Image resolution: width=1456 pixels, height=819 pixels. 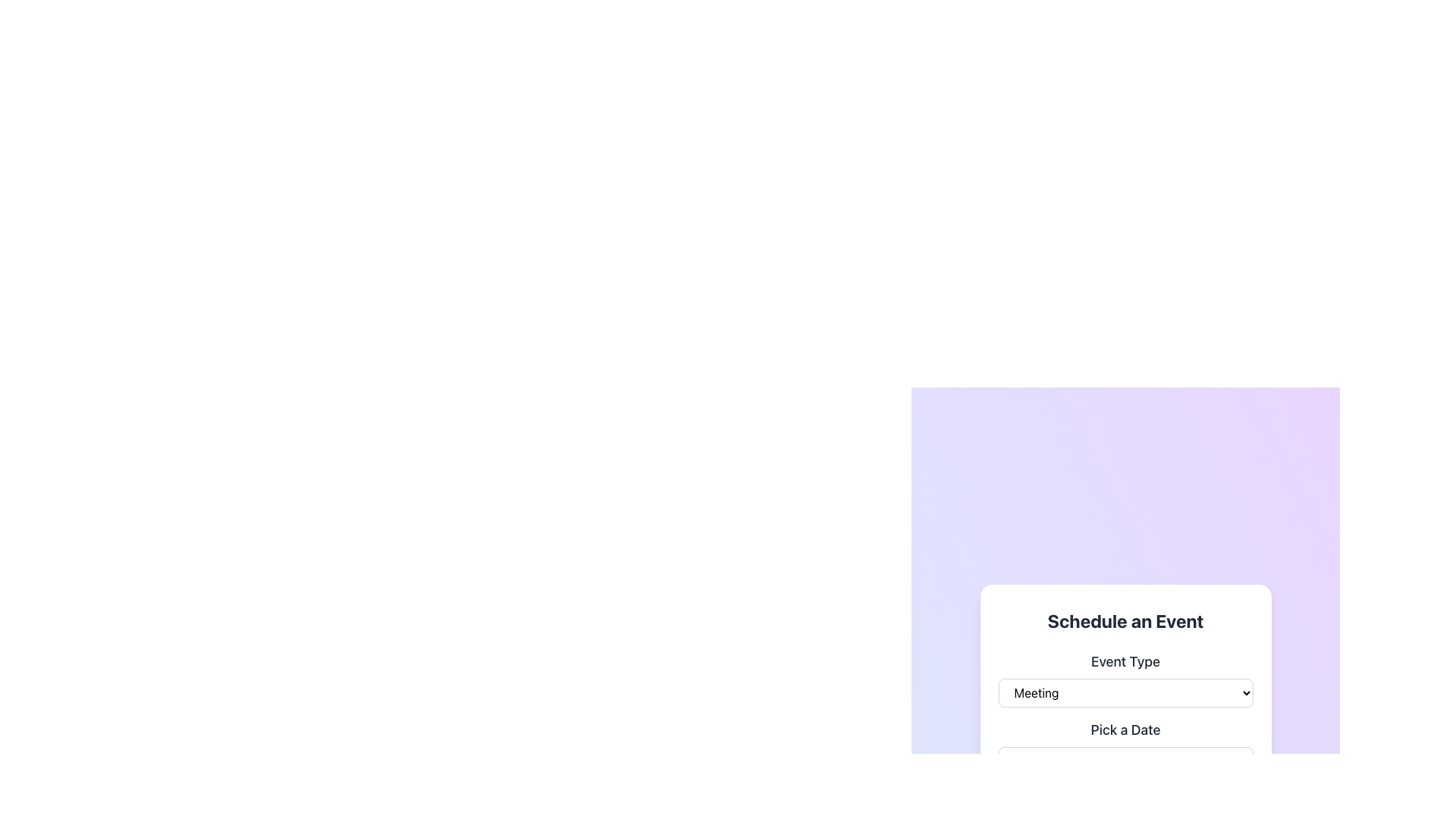 I want to click on an option from the 'Event Type' dropdown menu located in the 'Schedule an Event' modal, which is identified by its white background and thin border, and includes a label above it reading 'Event Type', so click(x=1125, y=678).